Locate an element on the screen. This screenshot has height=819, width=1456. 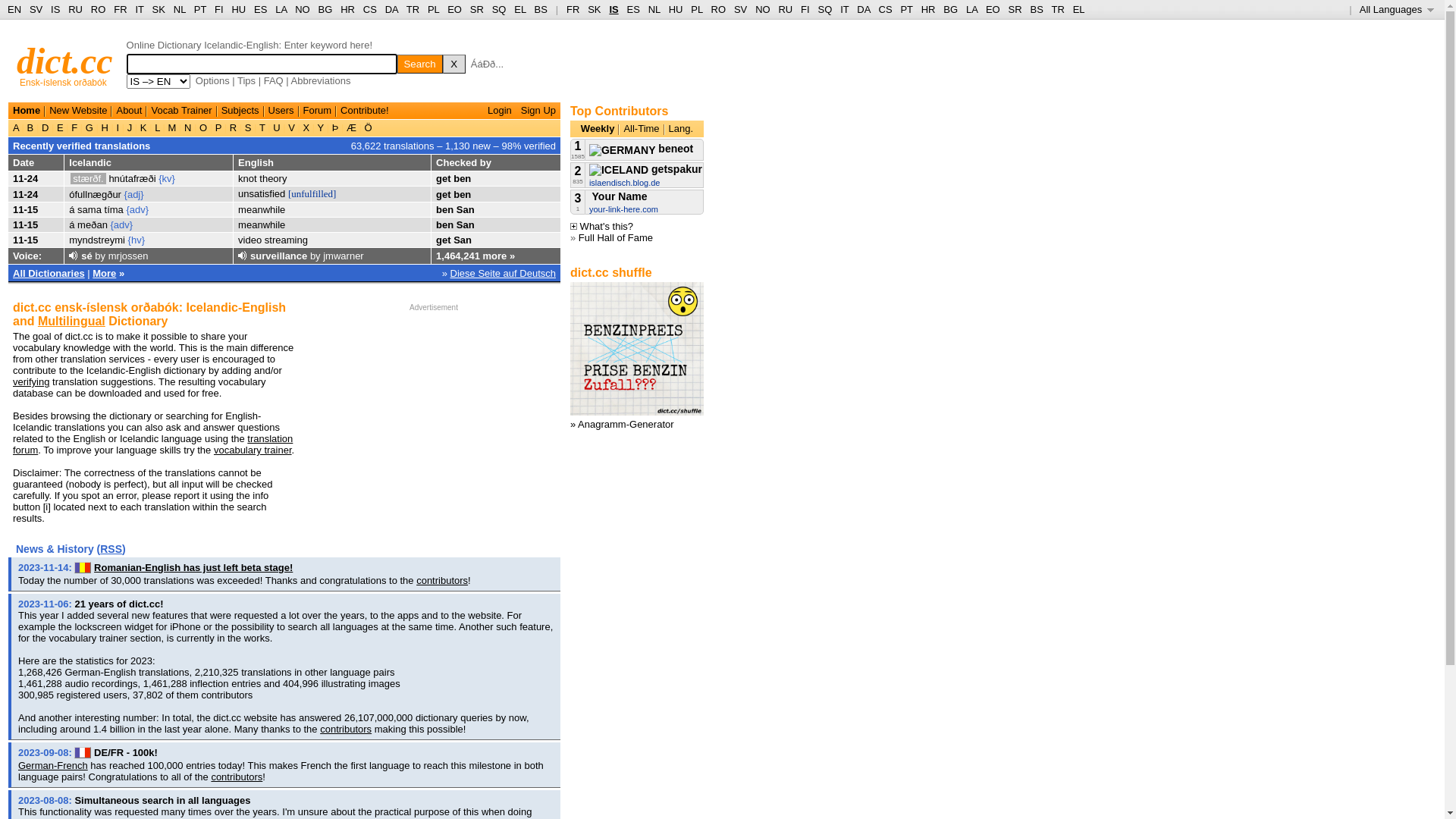
'F' is located at coordinates (74, 127).